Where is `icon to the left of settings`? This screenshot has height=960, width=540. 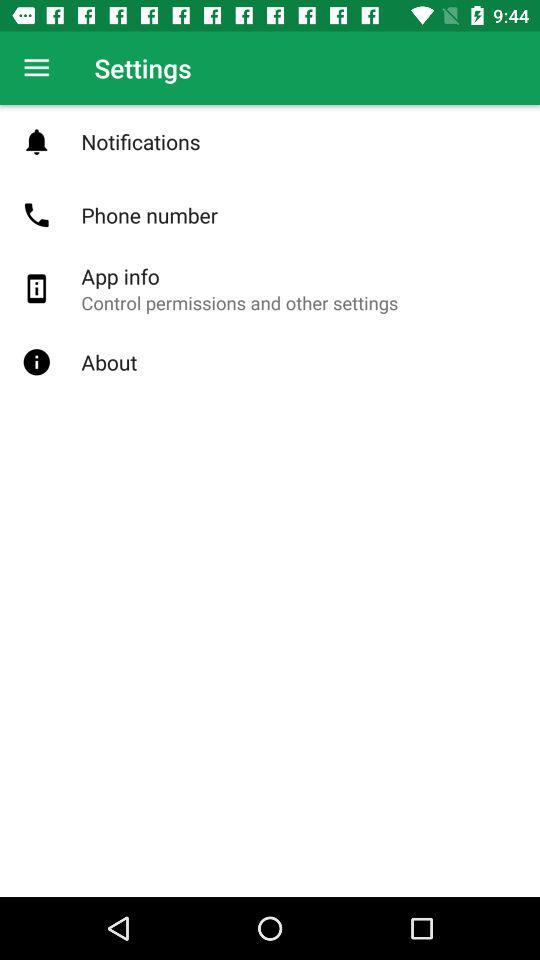 icon to the left of settings is located at coordinates (36, 68).